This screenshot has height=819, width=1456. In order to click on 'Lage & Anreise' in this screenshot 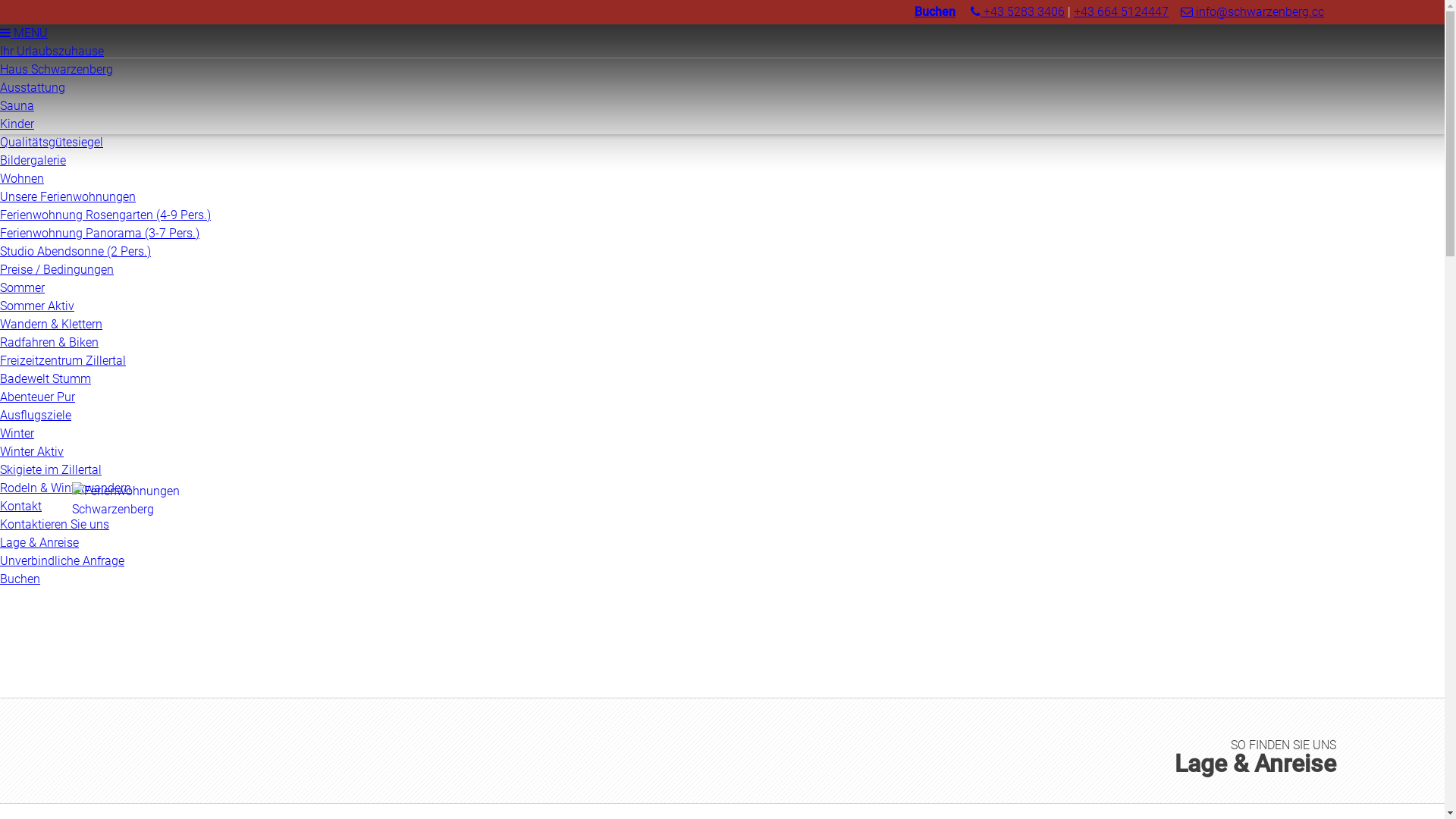, I will do `click(39, 541)`.